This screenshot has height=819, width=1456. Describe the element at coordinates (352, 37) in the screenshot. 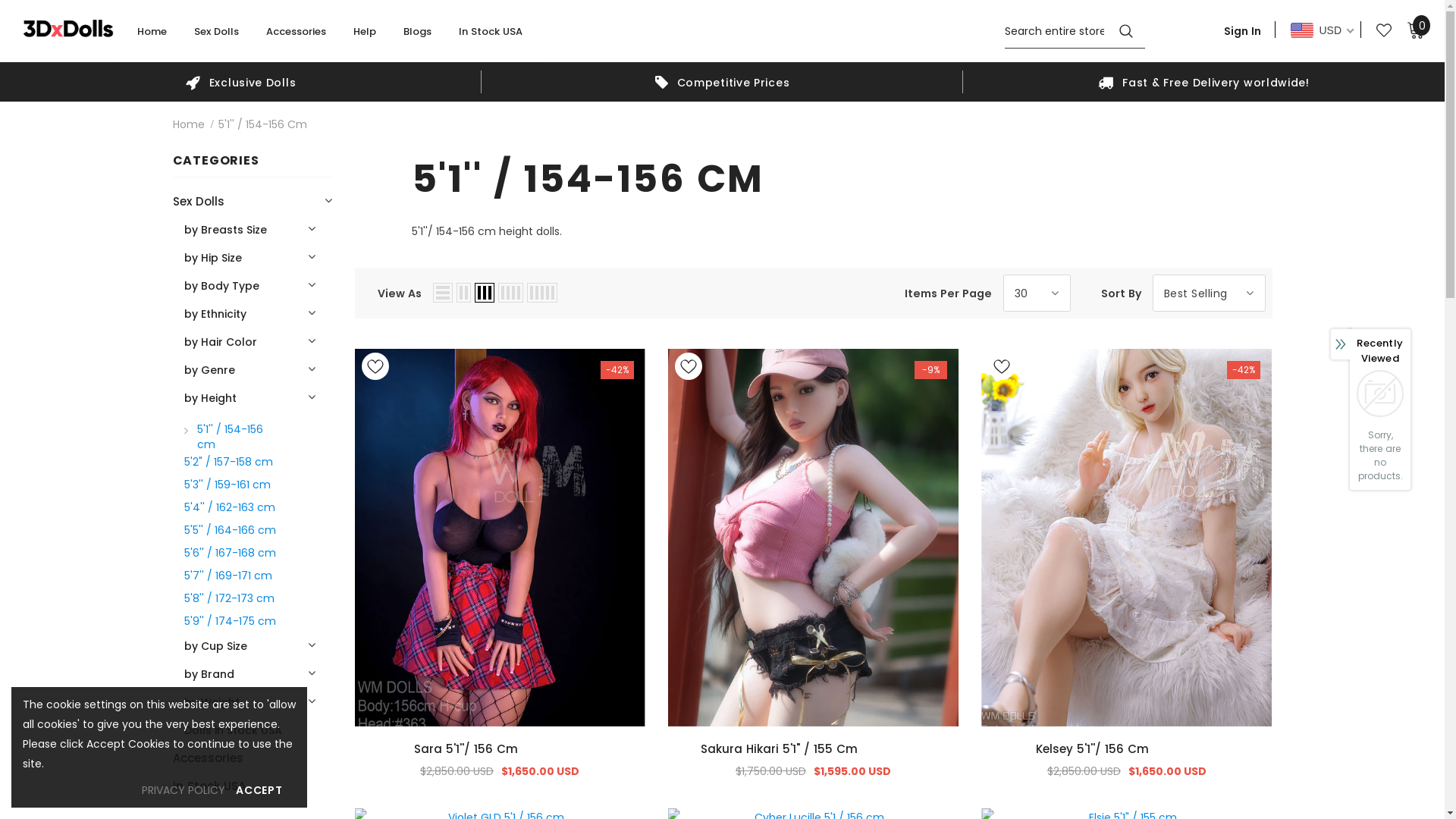

I see `'Help'` at that location.